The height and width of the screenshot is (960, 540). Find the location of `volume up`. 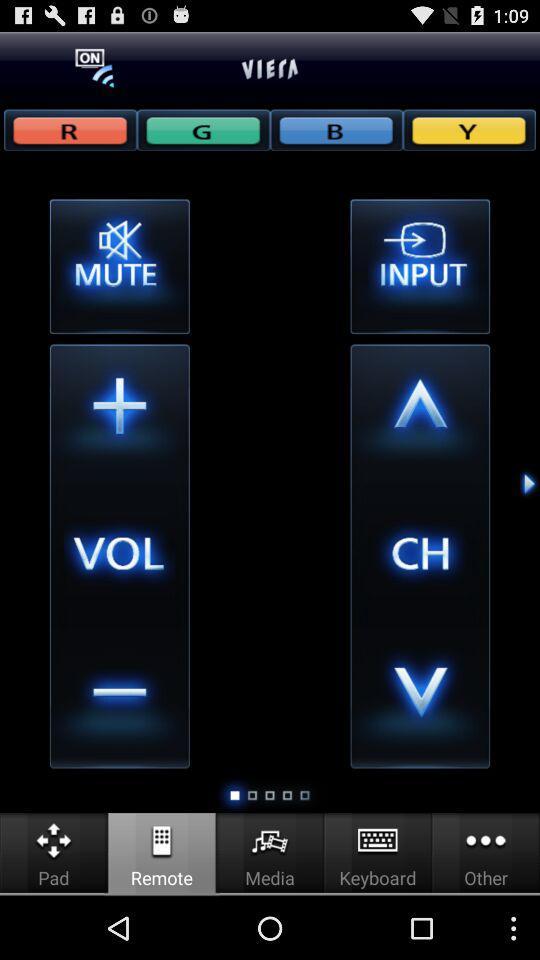

volume up is located at coordinates (119, 413).